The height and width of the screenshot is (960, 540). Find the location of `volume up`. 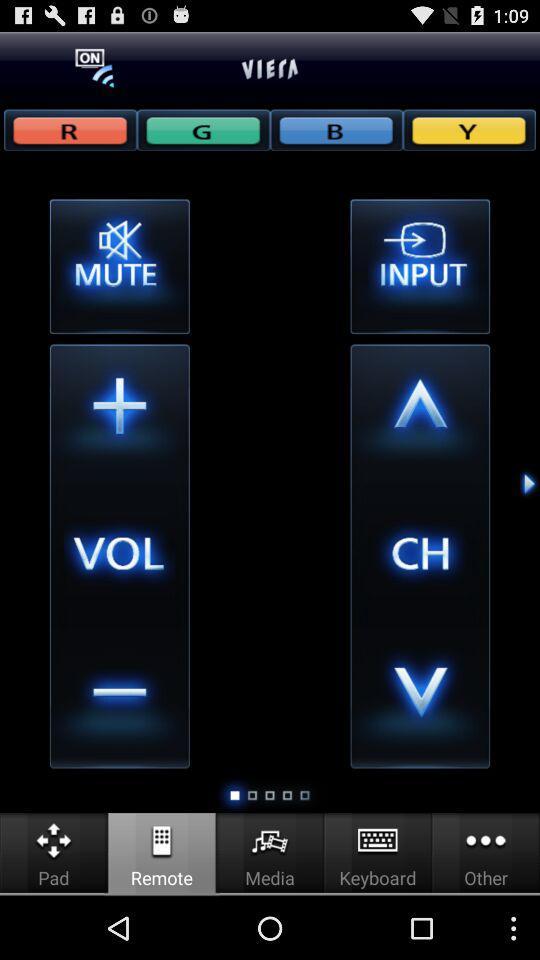

volume up is located at coordinates (119, 413).